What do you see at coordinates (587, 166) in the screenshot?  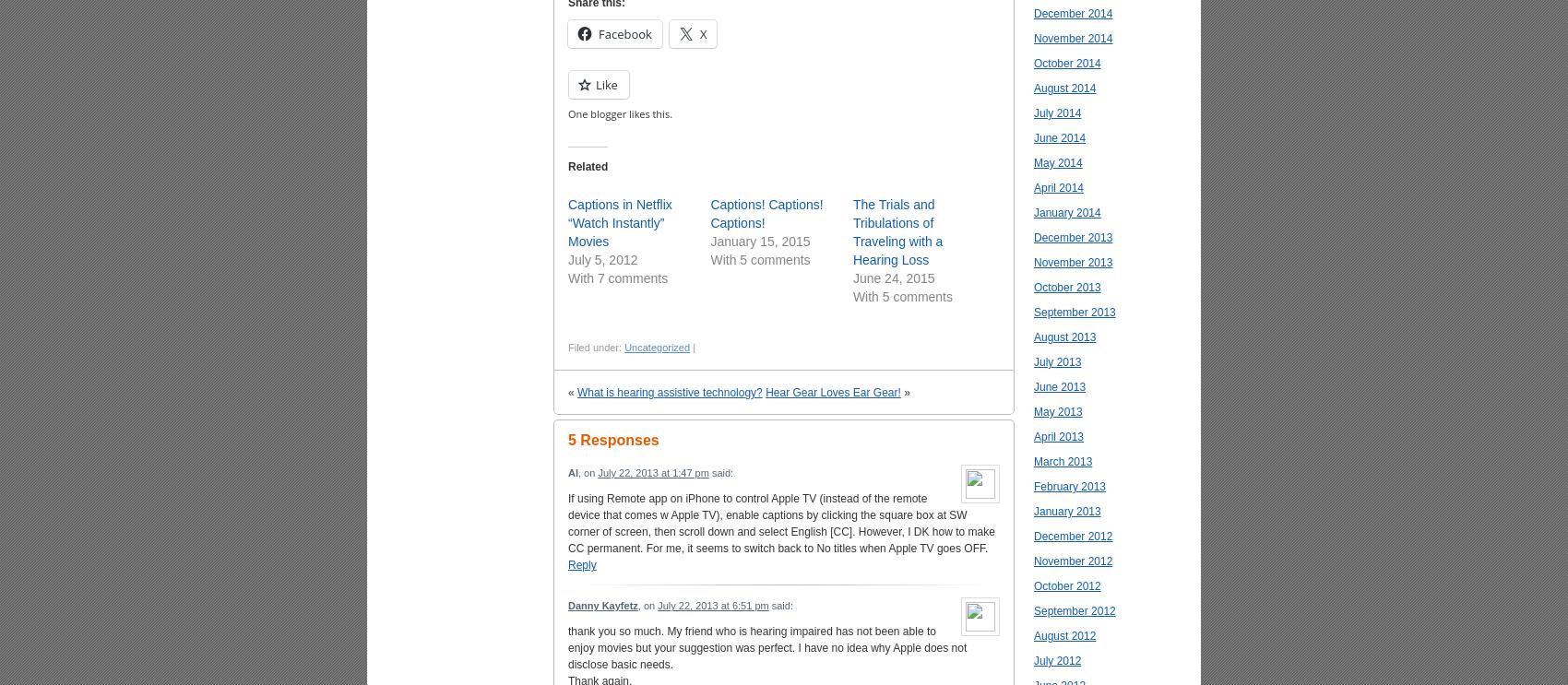 I see `'Related'` at bounding box center [587, 166].